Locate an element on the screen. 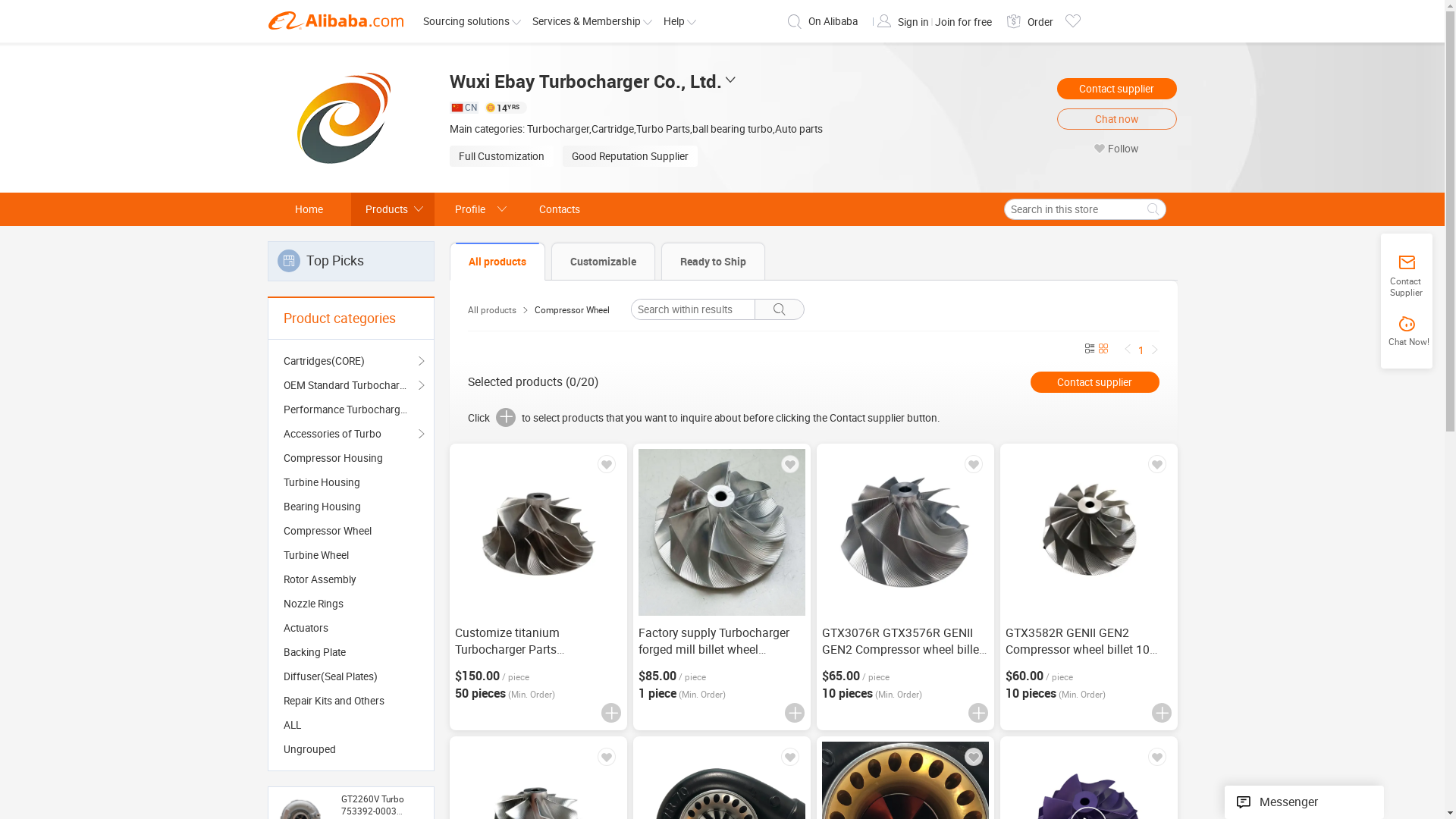 The image size is (1456, 819). 'Ungrouped' is located at coordinates (350, 748).